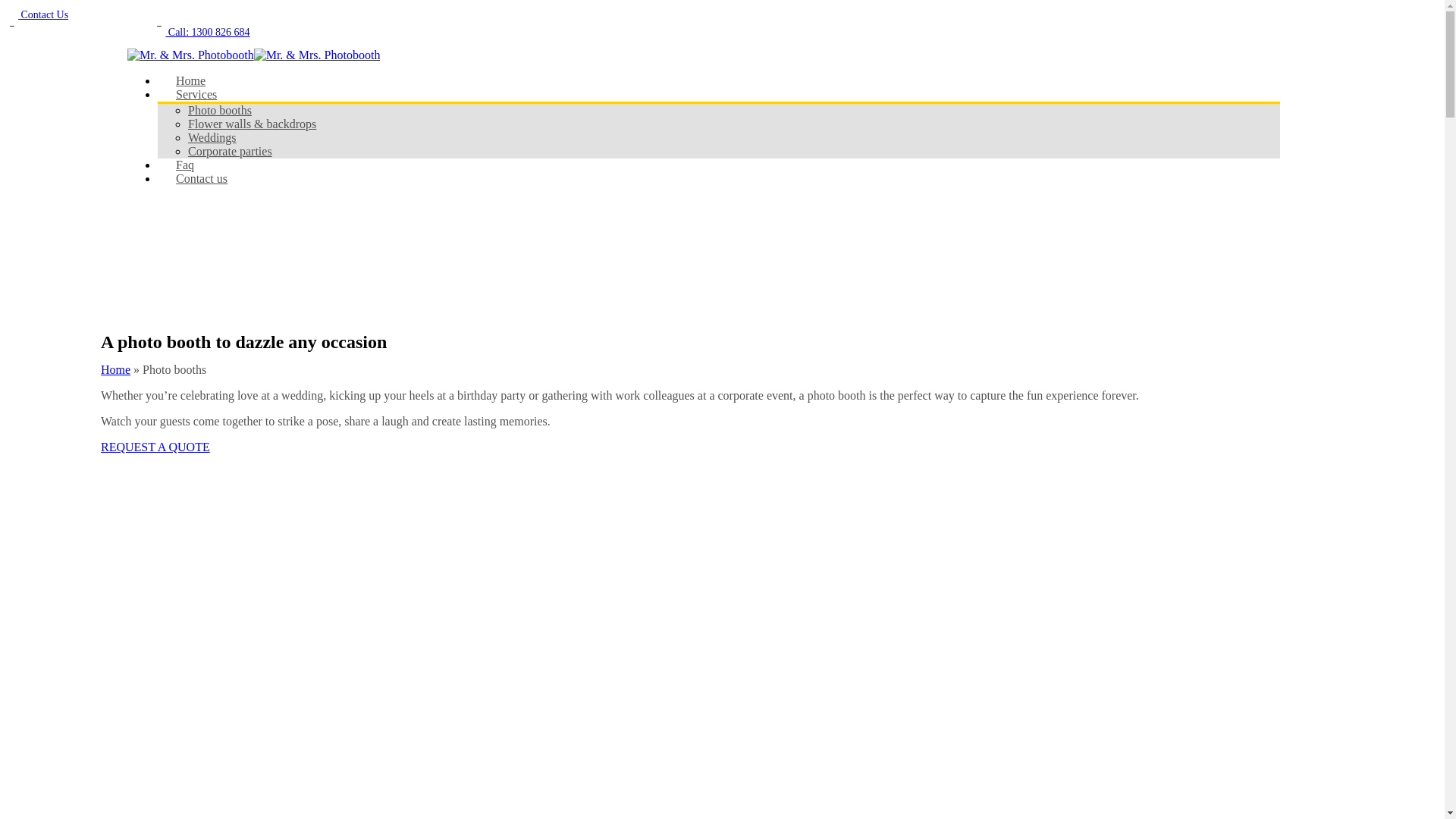 The image size is (1456, 819). Describe the element at coordinates (115, 369) in the screenshot. I see `'Home'` at that location.